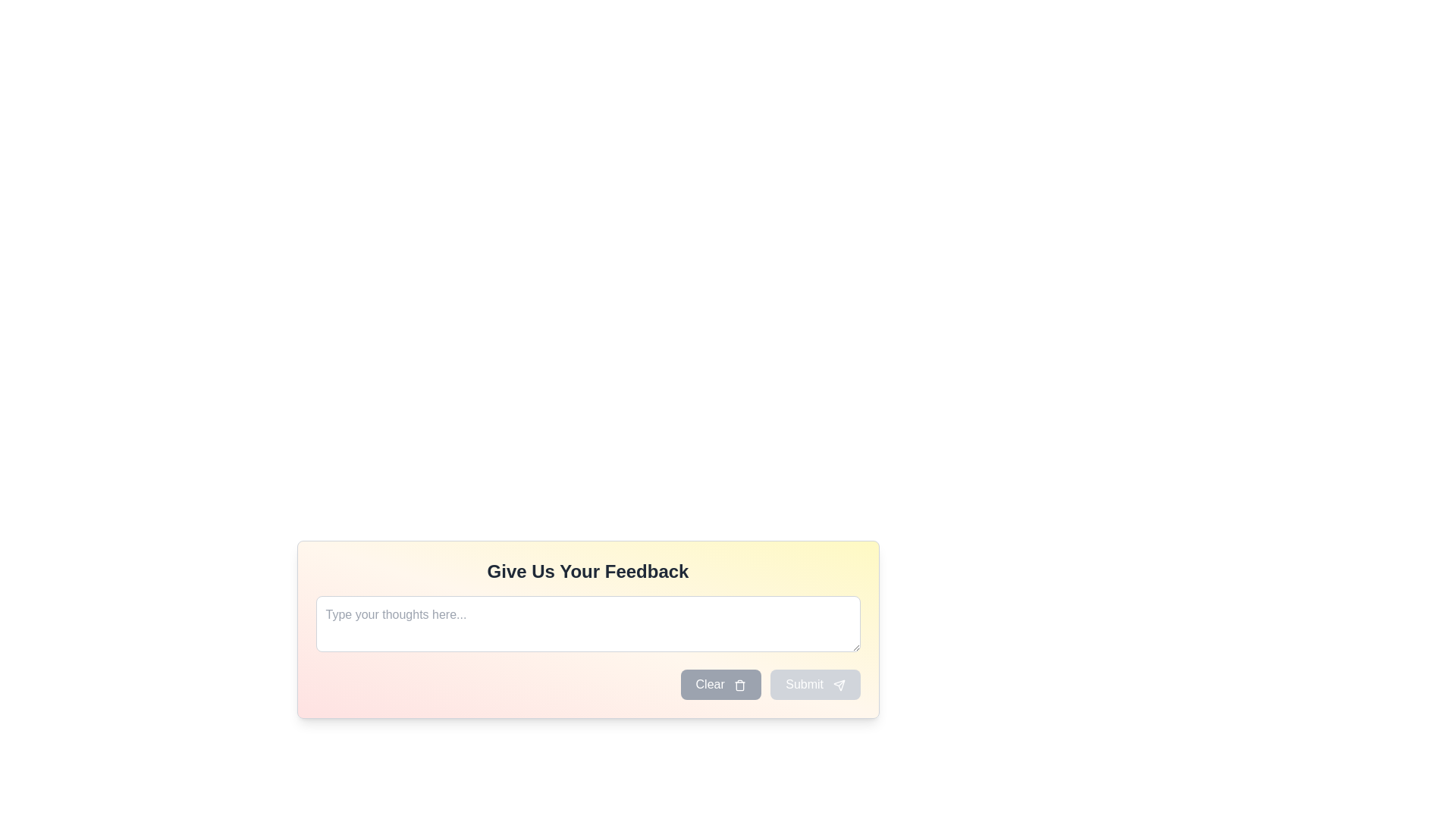 The image size is (1456, 819). Describe the element at coordinates (740, 685) in the screenshot. I see `the trash can icon located to the right of the 'Clear' button in the bottom left section of the feedback form interface` at that location.